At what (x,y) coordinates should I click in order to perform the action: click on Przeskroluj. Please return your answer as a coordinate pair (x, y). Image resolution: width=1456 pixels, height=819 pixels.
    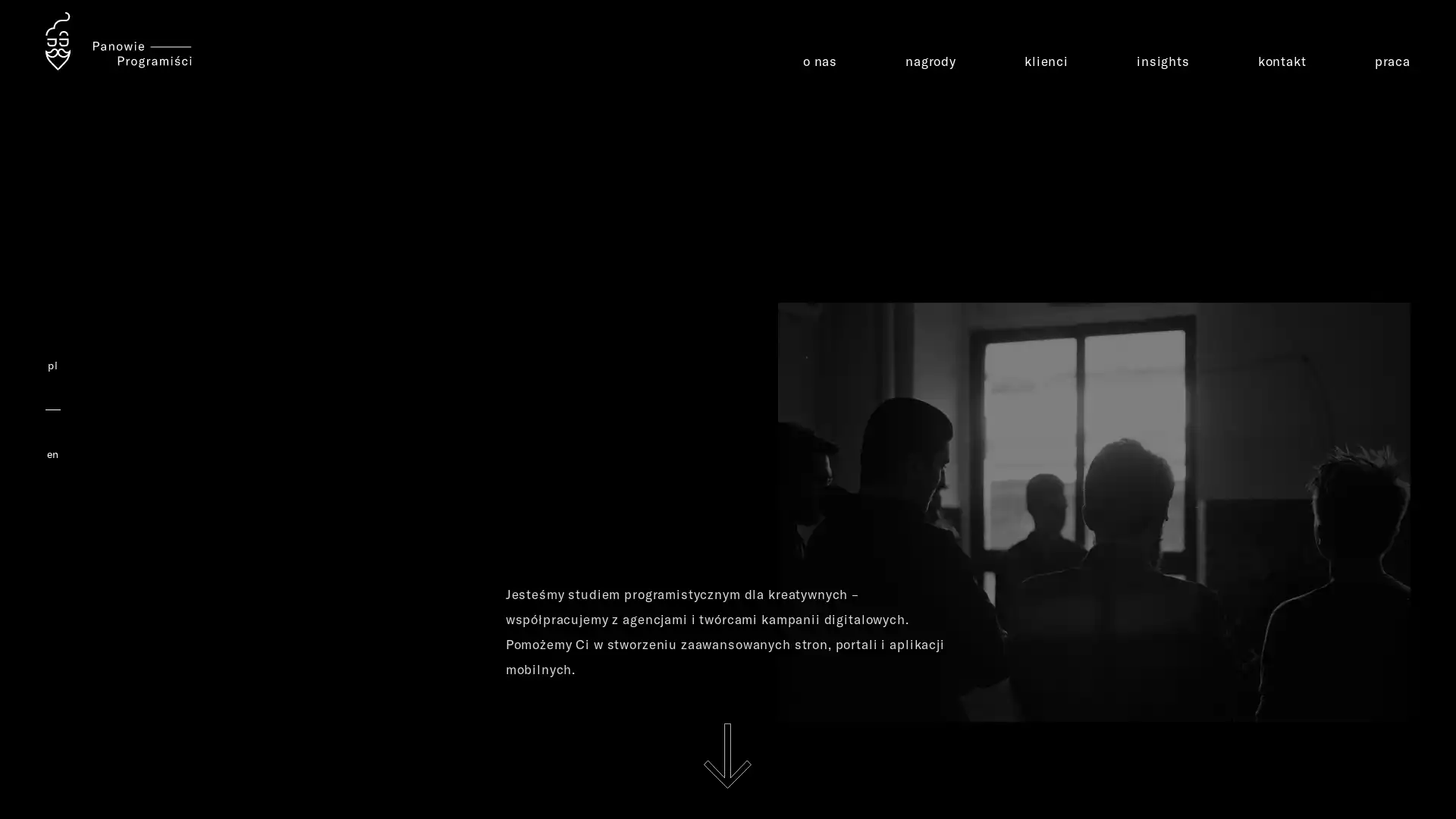
    Looking at the image, I should click on (726, 755).